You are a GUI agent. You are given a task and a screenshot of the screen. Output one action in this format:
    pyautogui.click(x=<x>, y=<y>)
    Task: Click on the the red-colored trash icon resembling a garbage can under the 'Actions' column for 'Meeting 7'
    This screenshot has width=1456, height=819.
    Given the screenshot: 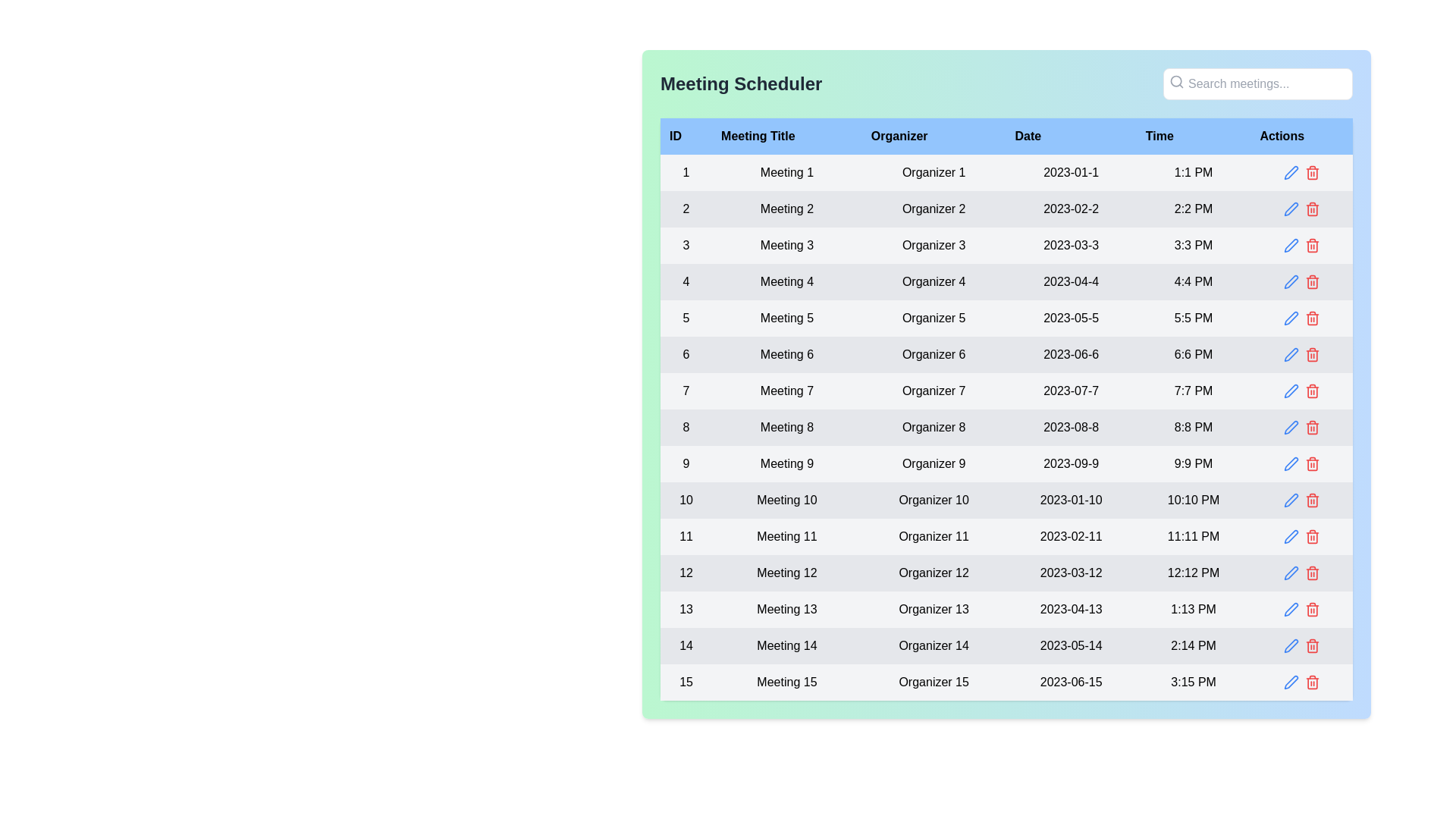 What is the action you would take?
    pyautogui.click(x=1310, y=391)
    